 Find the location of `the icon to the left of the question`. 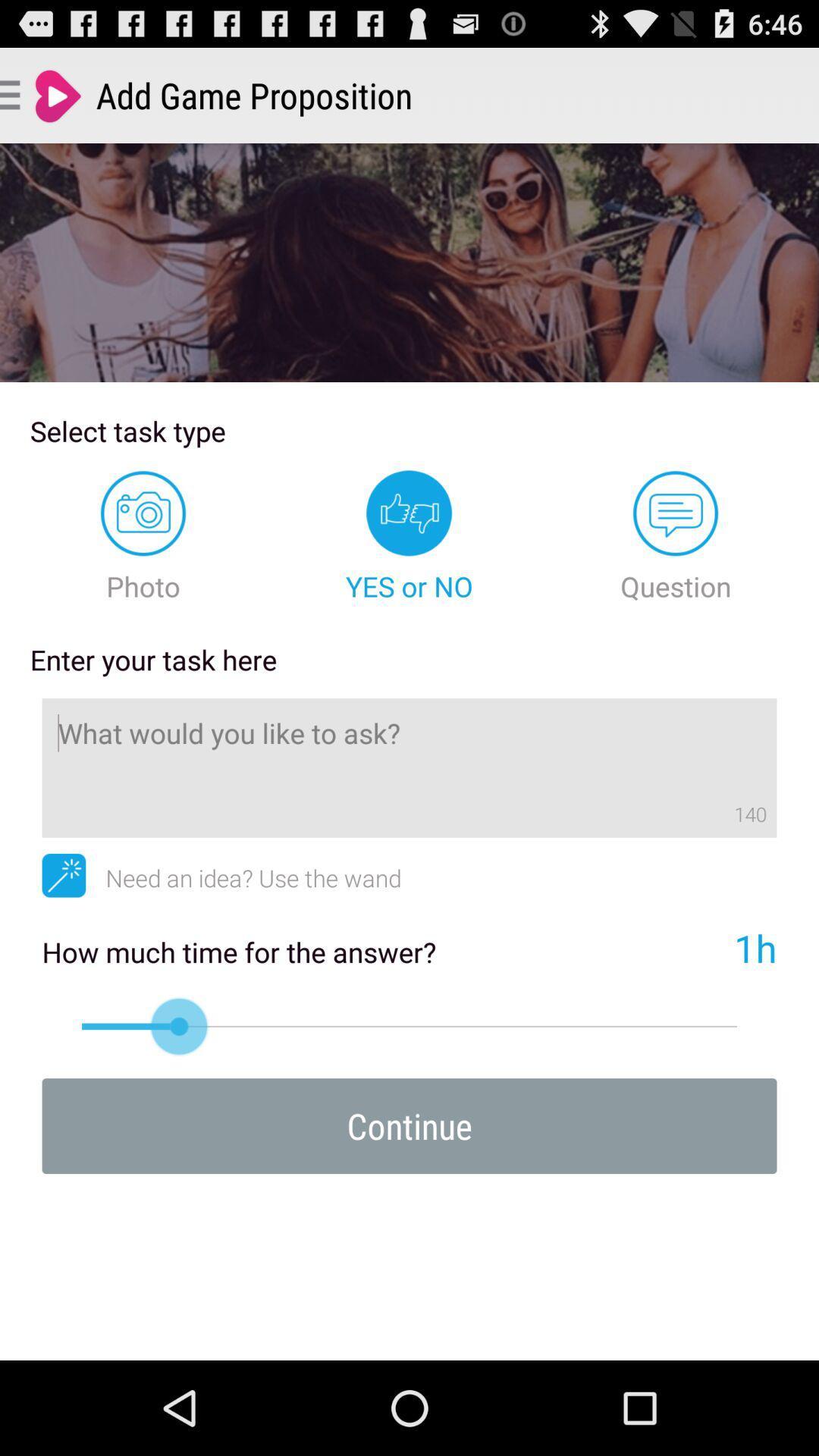

the icon to the left of the question is located at coordinates (409, 537).